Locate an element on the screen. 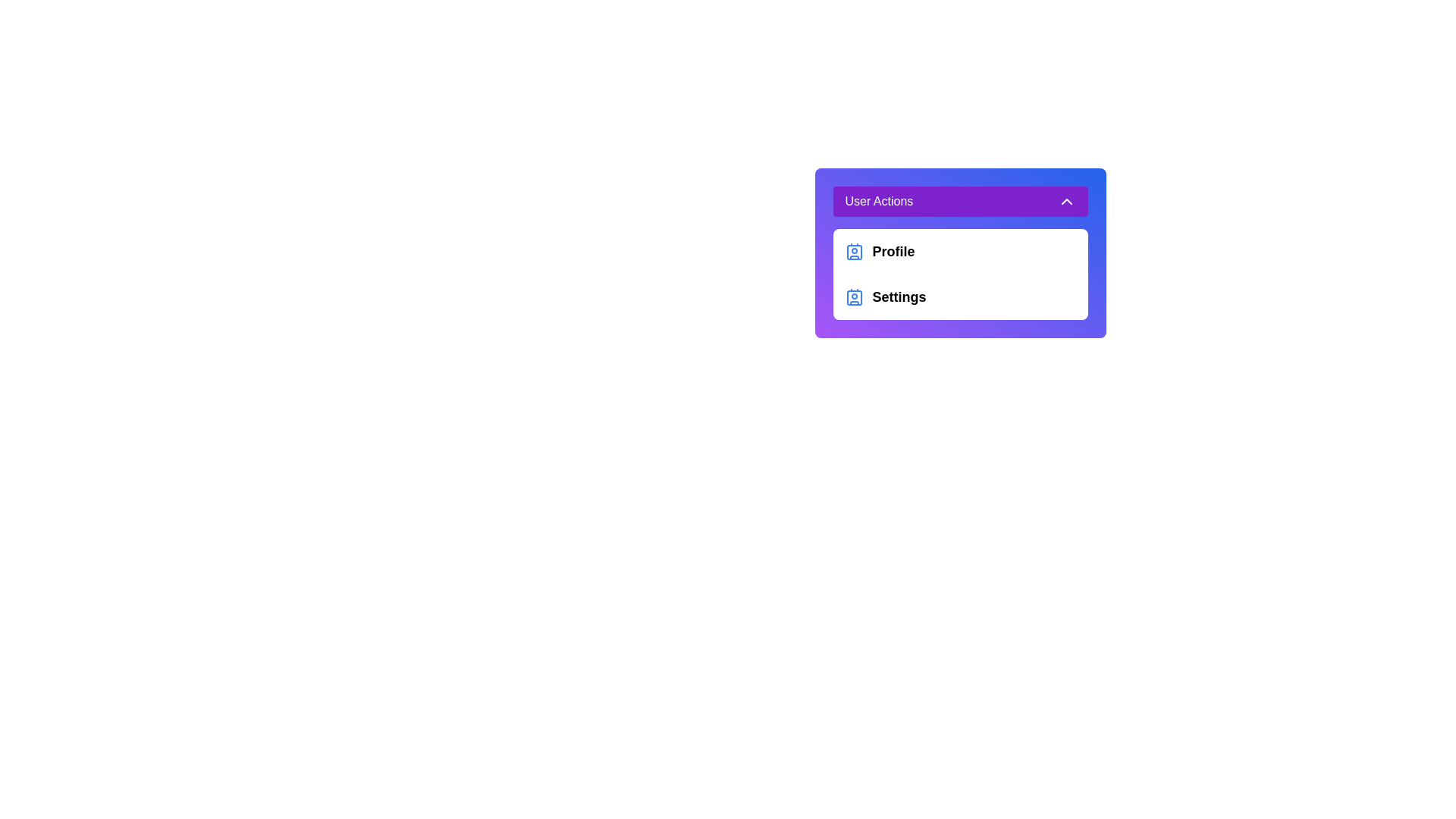 This screenshot has width=1456, height=819. the 'Settings' menu item located in the dropdown menu labeled 'User Actions', which is the second list item aligned horizontally to the right of a blue contact card icon is located at coordinates (899, 297).